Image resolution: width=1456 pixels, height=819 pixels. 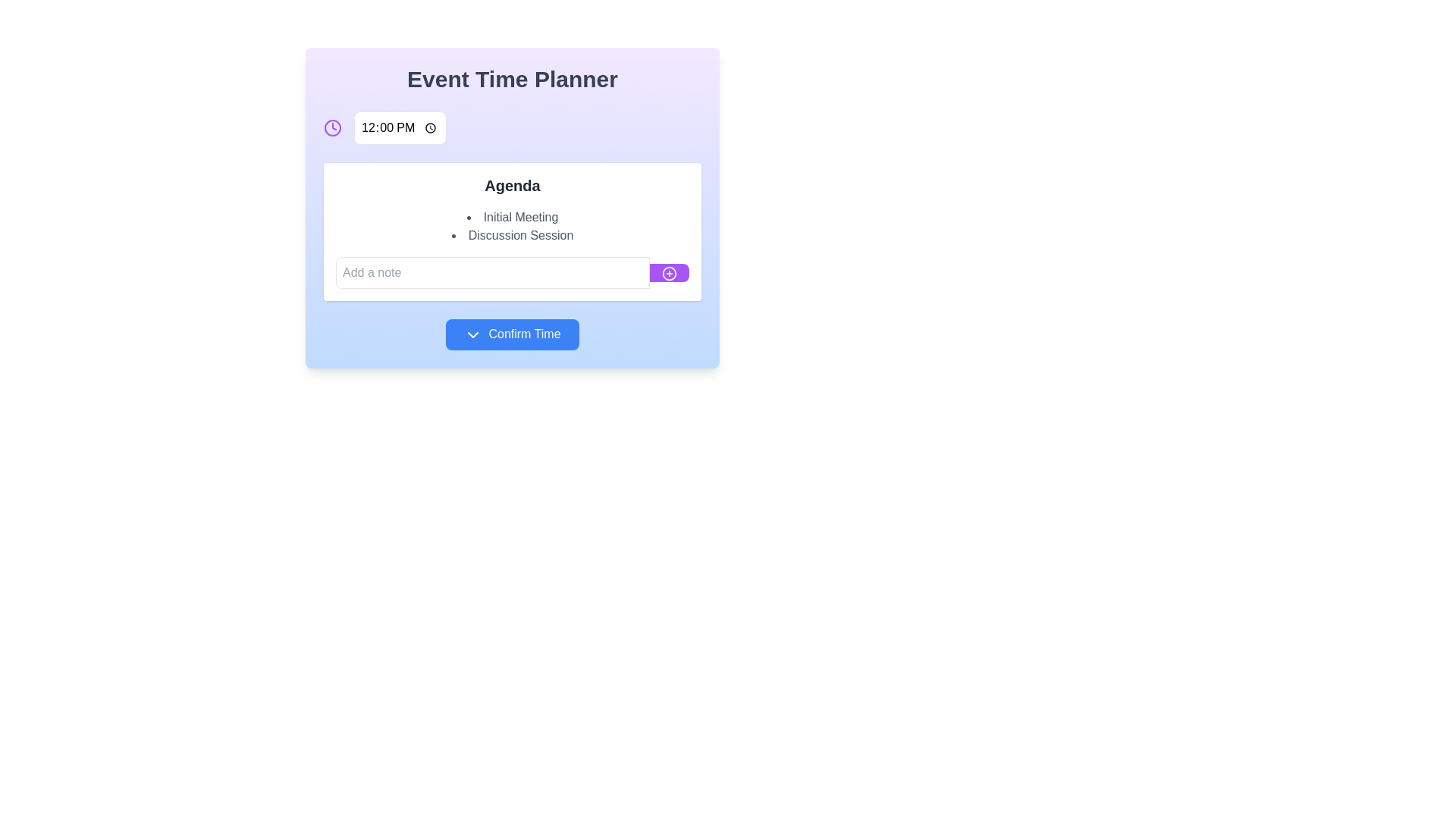 What do you see at coordinates (669, 271) in the screenshot?
I see `the 'Add a note' button located in the bottom right corner of the input field` at bounding box center [669, 271].